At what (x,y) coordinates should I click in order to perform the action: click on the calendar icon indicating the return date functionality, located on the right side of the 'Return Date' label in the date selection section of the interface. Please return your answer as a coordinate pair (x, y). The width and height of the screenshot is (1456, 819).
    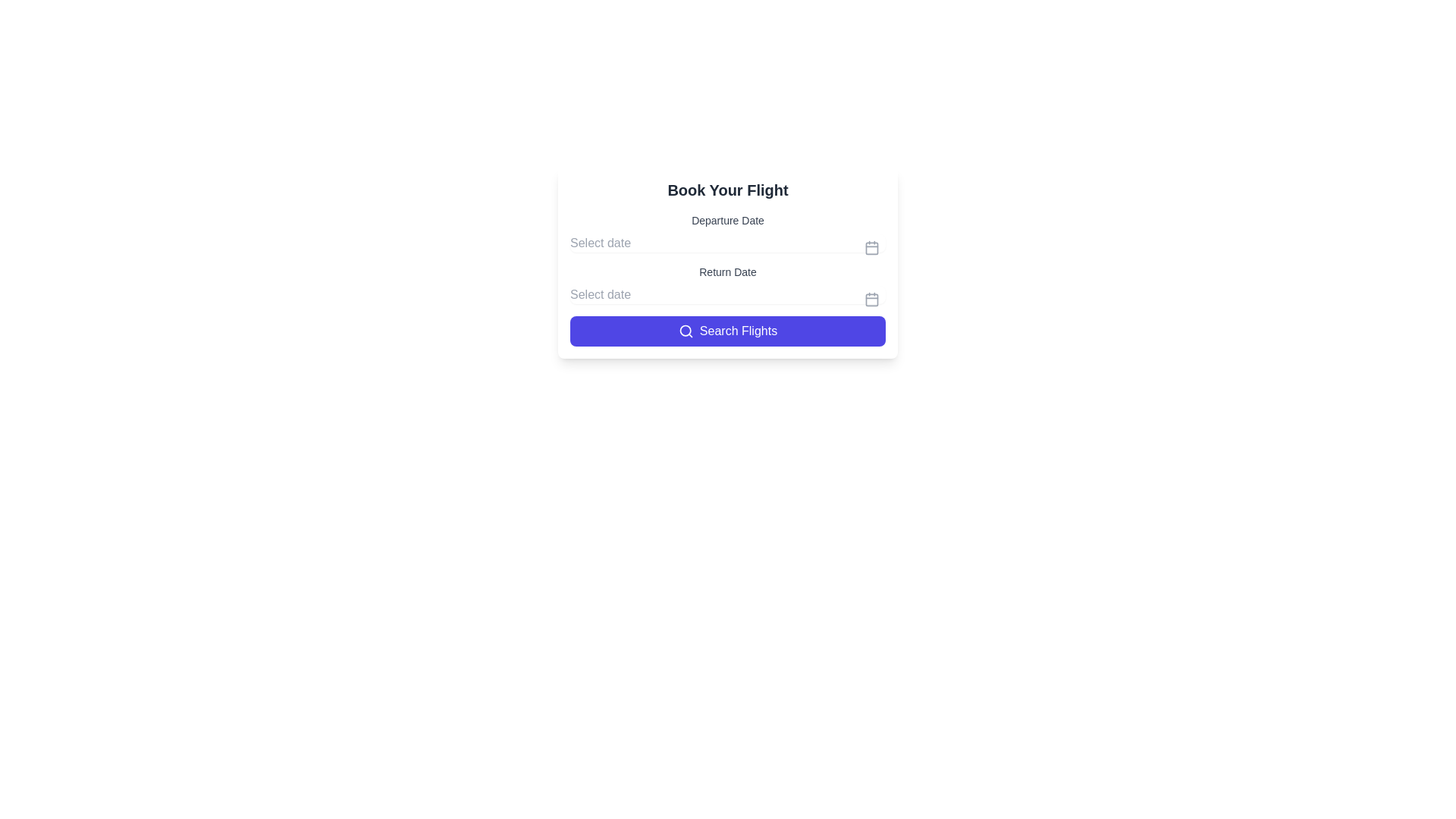
    Looking at the image, I should click on (872, 299).